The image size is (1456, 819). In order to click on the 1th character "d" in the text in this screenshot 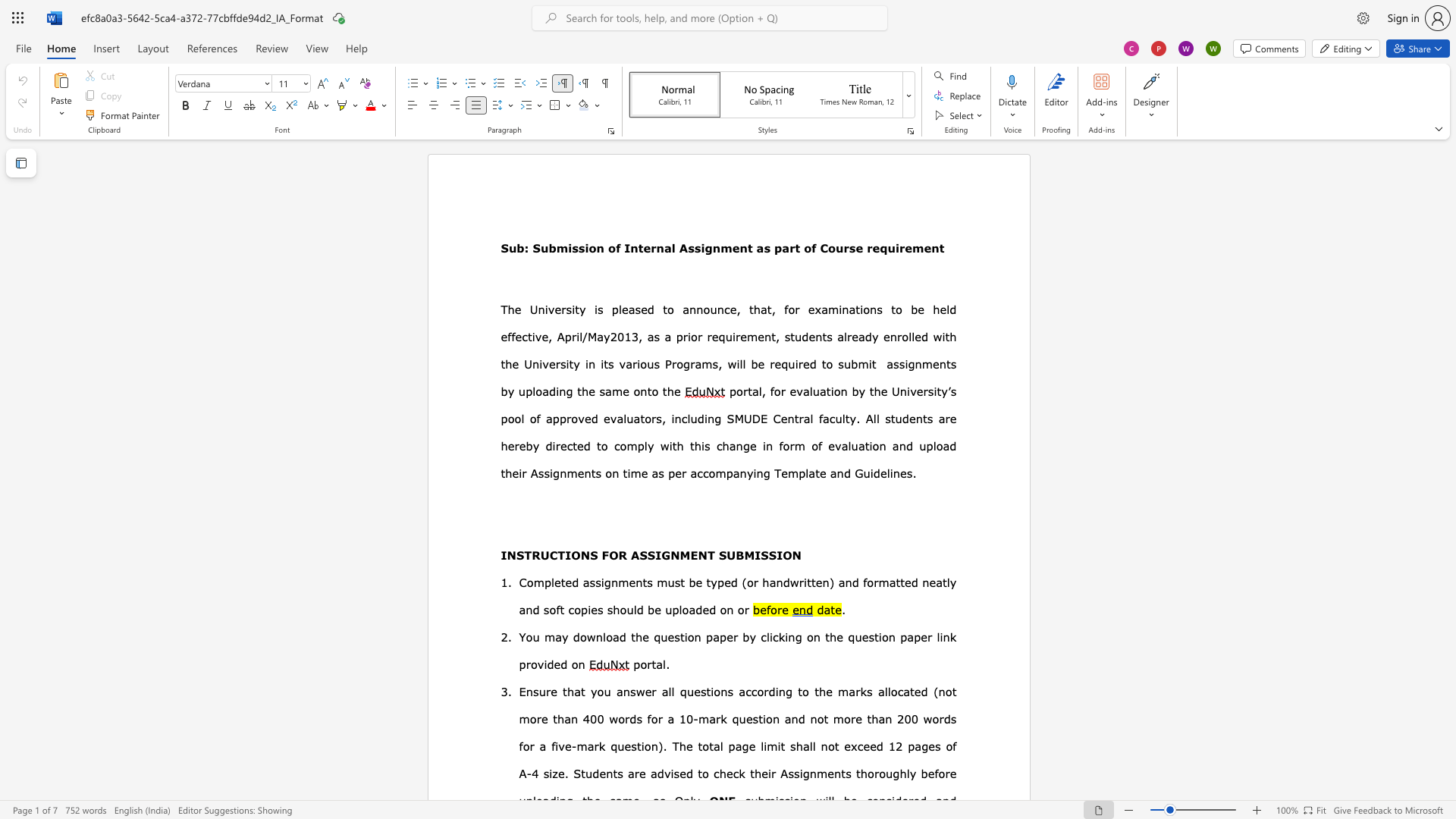, I will do `click(909, 444)`.